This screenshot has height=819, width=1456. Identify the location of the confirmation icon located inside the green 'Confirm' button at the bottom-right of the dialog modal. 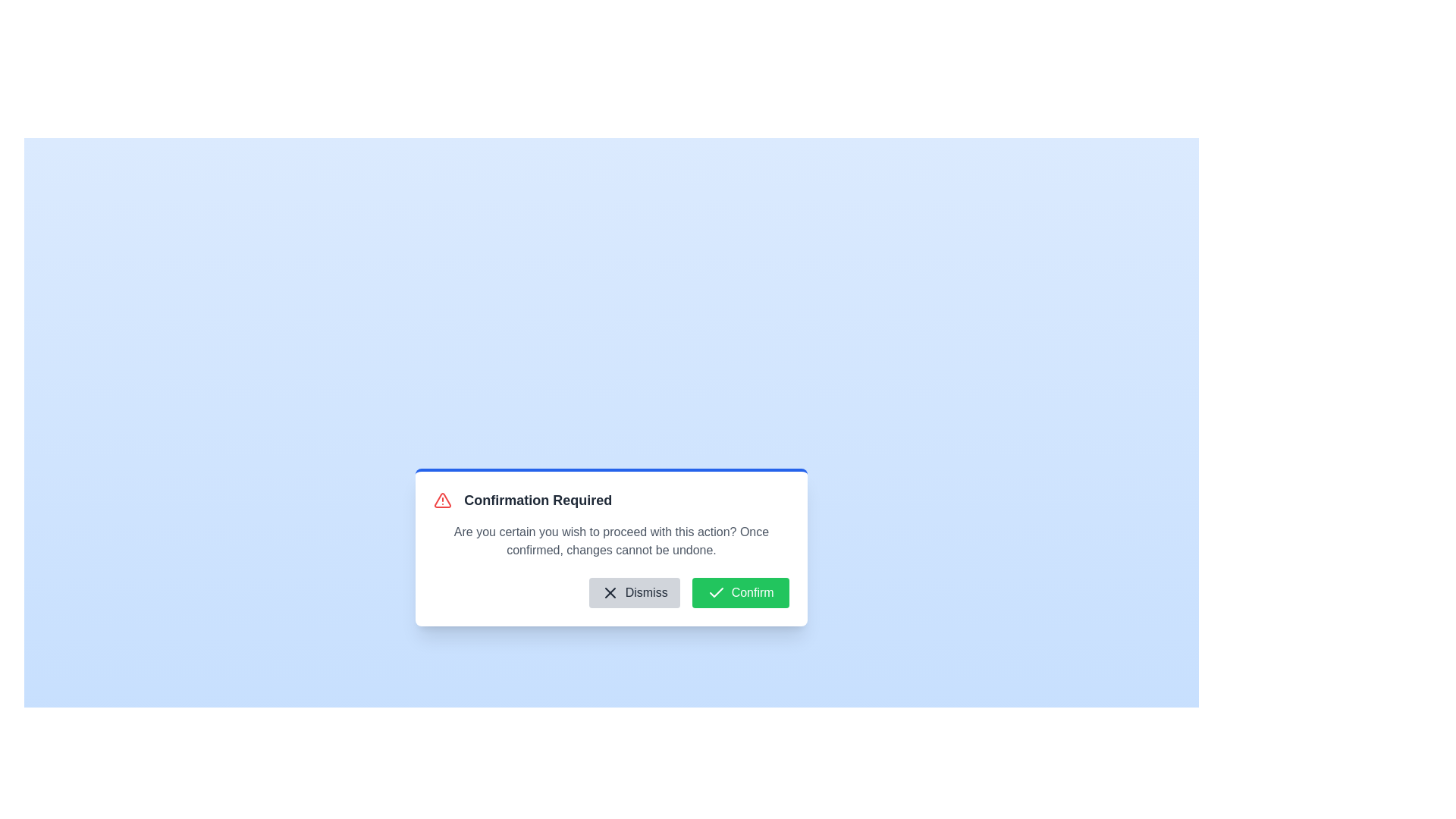
(715, 591).